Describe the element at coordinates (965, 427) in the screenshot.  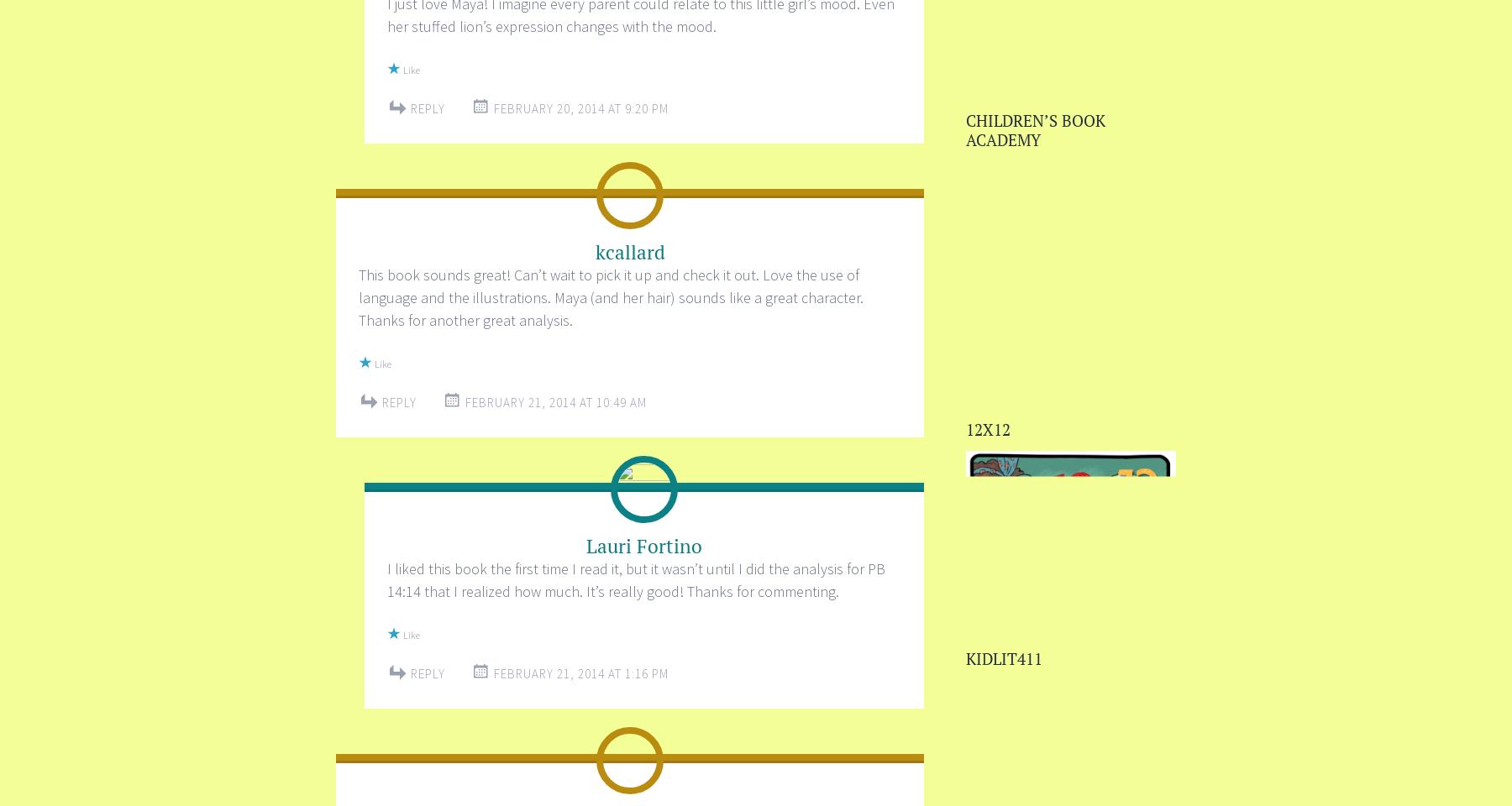
I see `'12X12'` at that location.